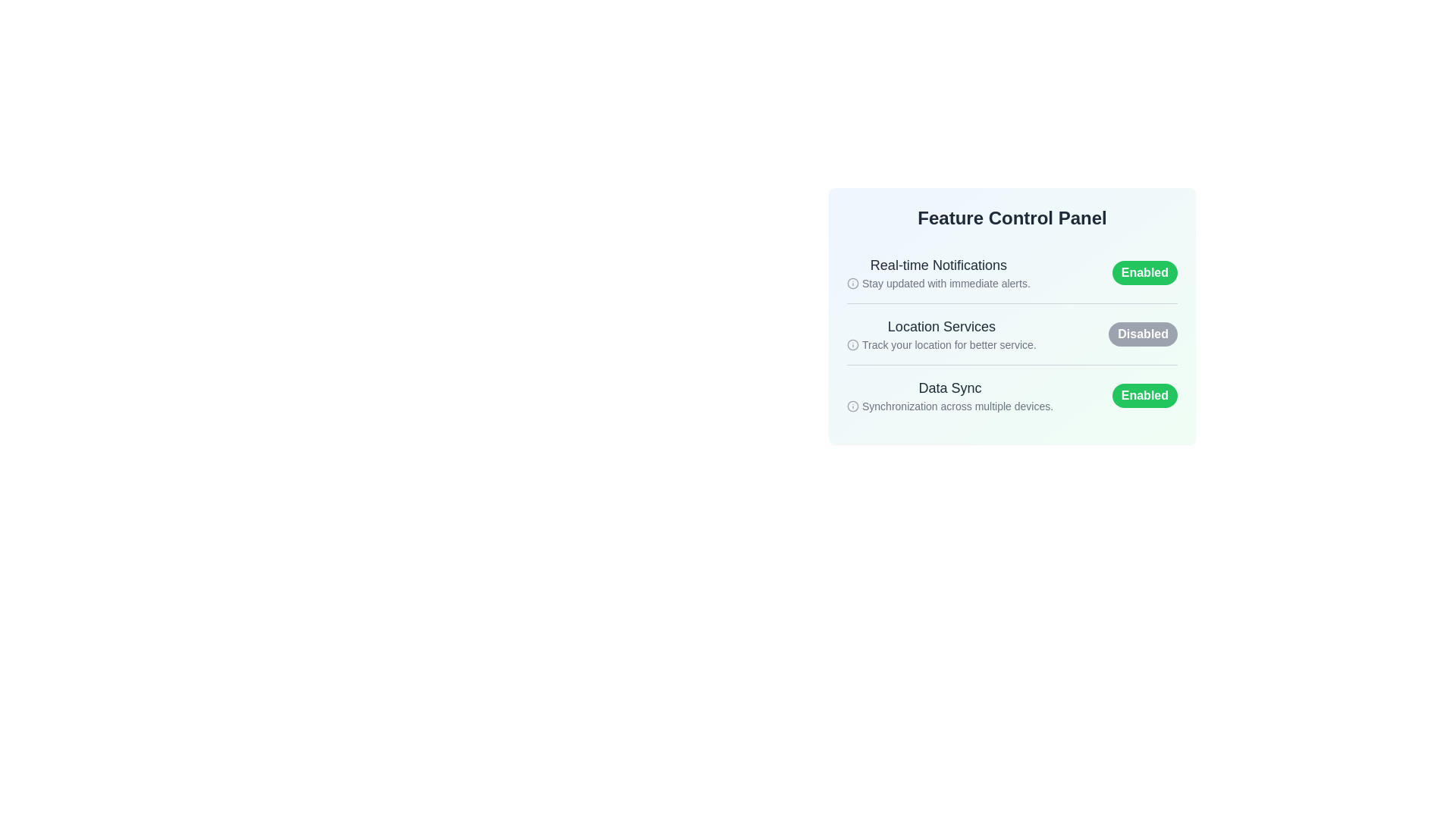 This screenshot has width=1456, height=819. I want to click on the informational icon for the Data Sync feature, so click(852, 406).